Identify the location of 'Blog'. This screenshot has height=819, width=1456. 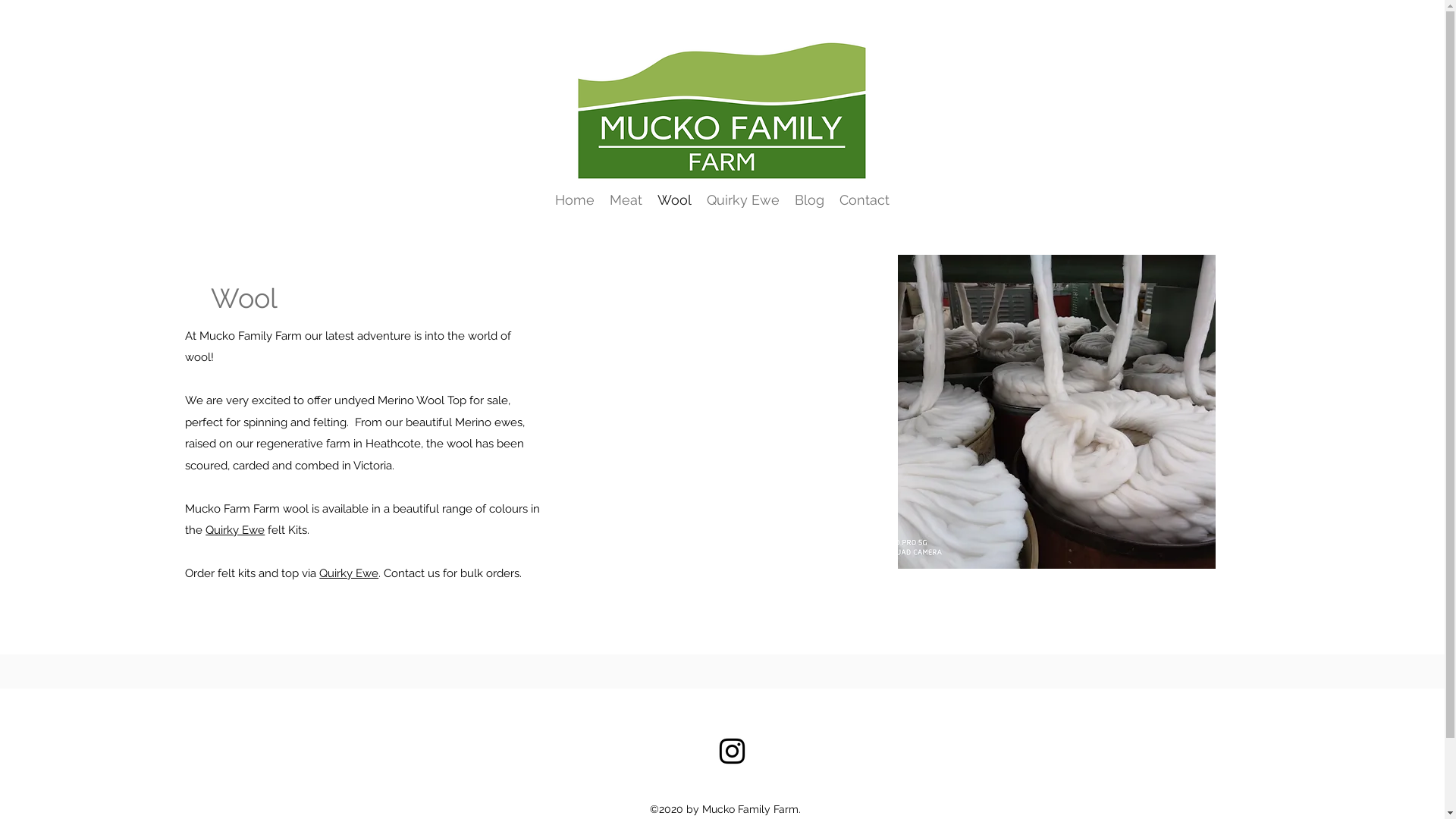
(808, 199).